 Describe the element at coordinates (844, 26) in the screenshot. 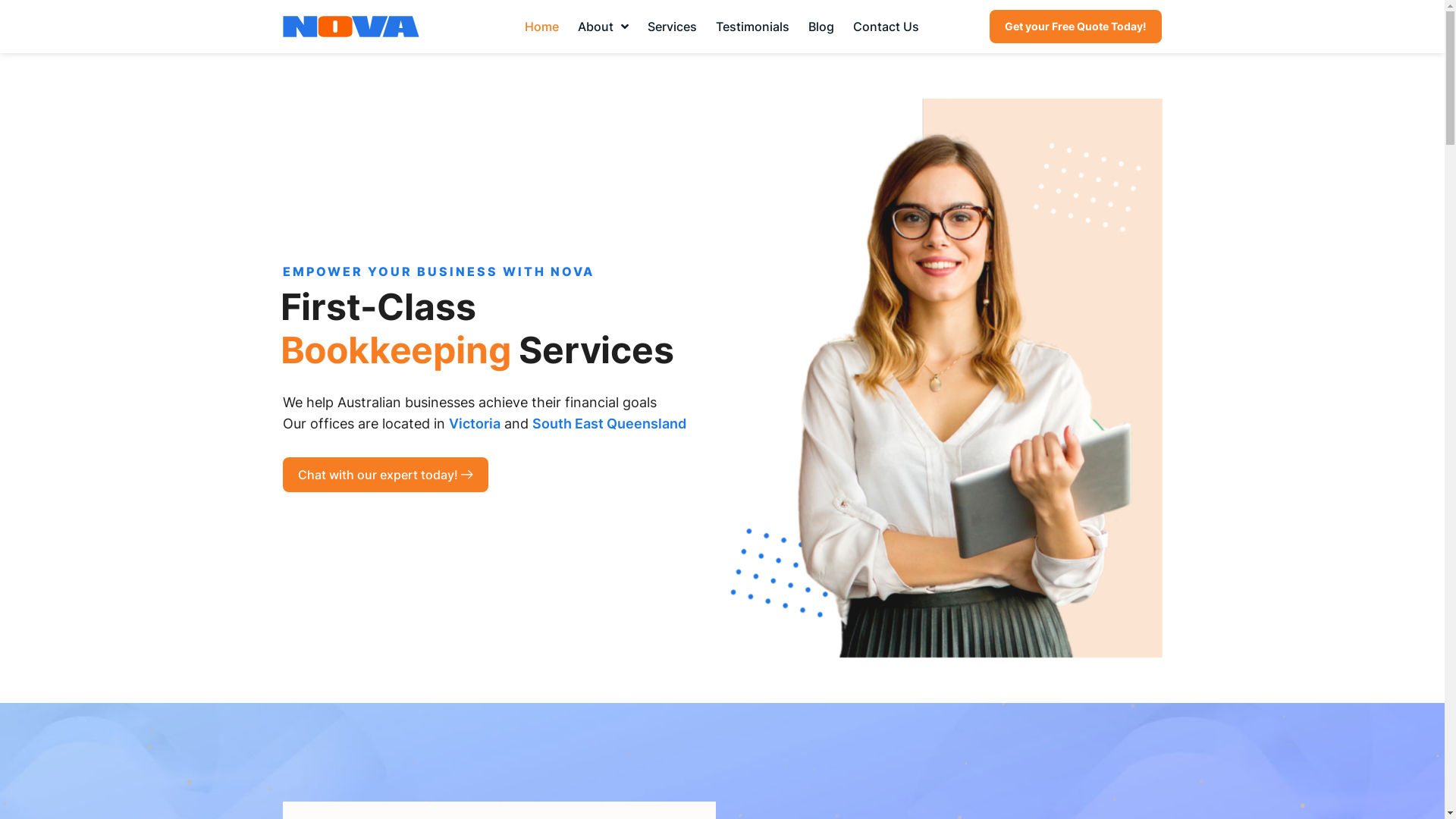

I see `'Contact Us'` at that location.